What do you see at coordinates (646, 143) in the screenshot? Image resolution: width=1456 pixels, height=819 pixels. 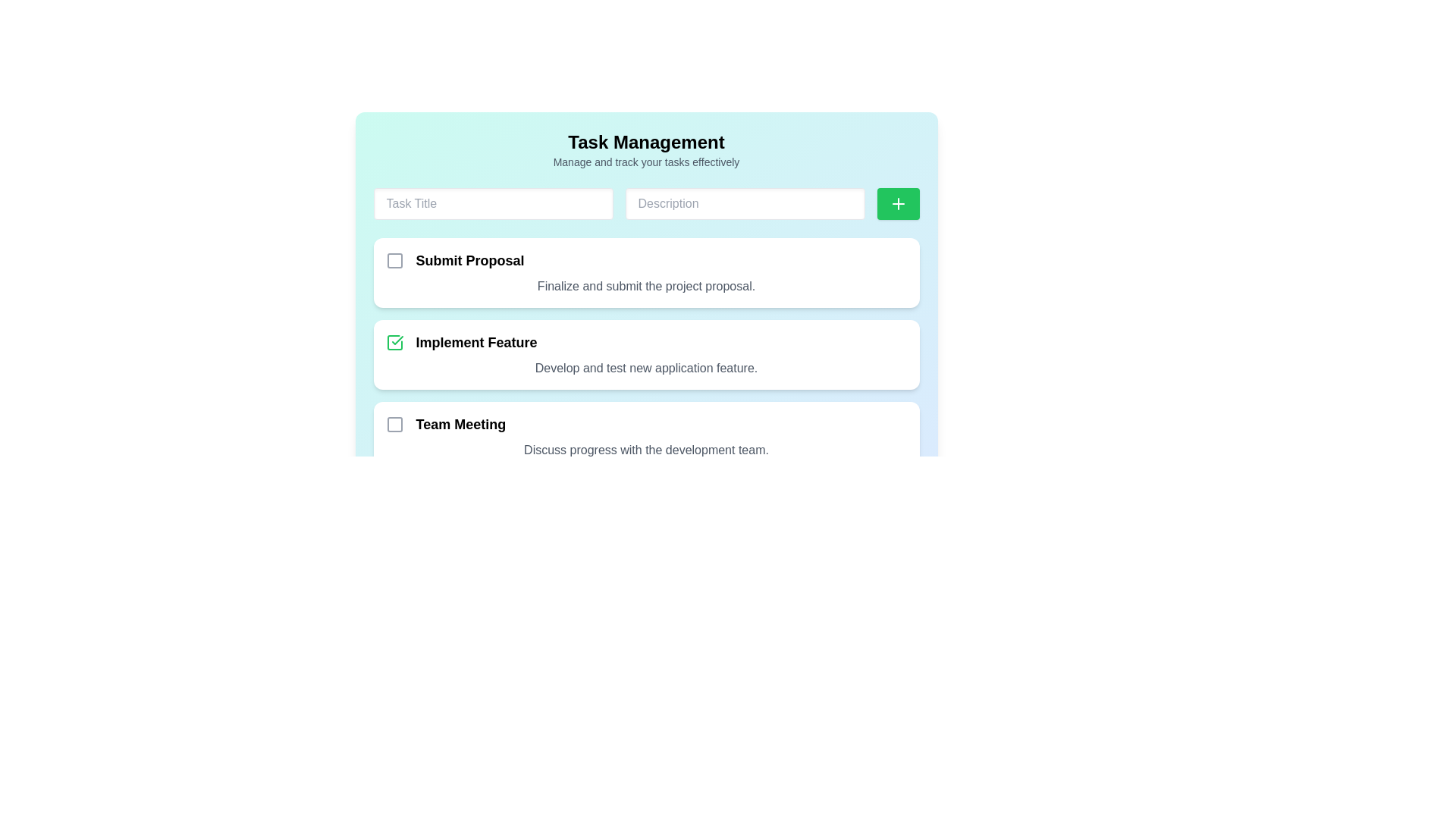 I see `text from the prominent heading labeled 'Task Management' which is styled in bold and large font against a light blue background, positioned at the center of the interface` at bounding box center [646, 143].